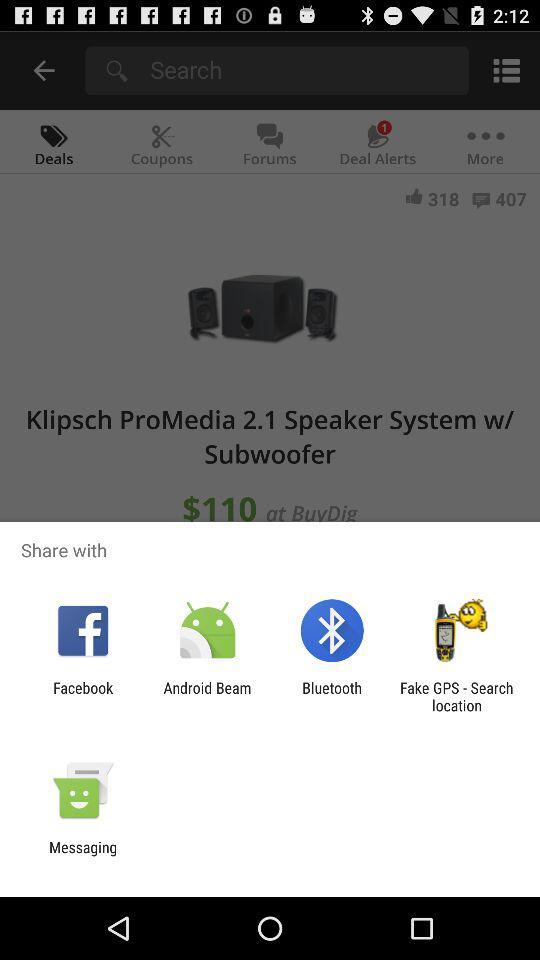 The width and height of the screenshot is (540, 960). Describe the element at coordinates (456, 696) in the screenshot. I see `fake gps search app` at that location.